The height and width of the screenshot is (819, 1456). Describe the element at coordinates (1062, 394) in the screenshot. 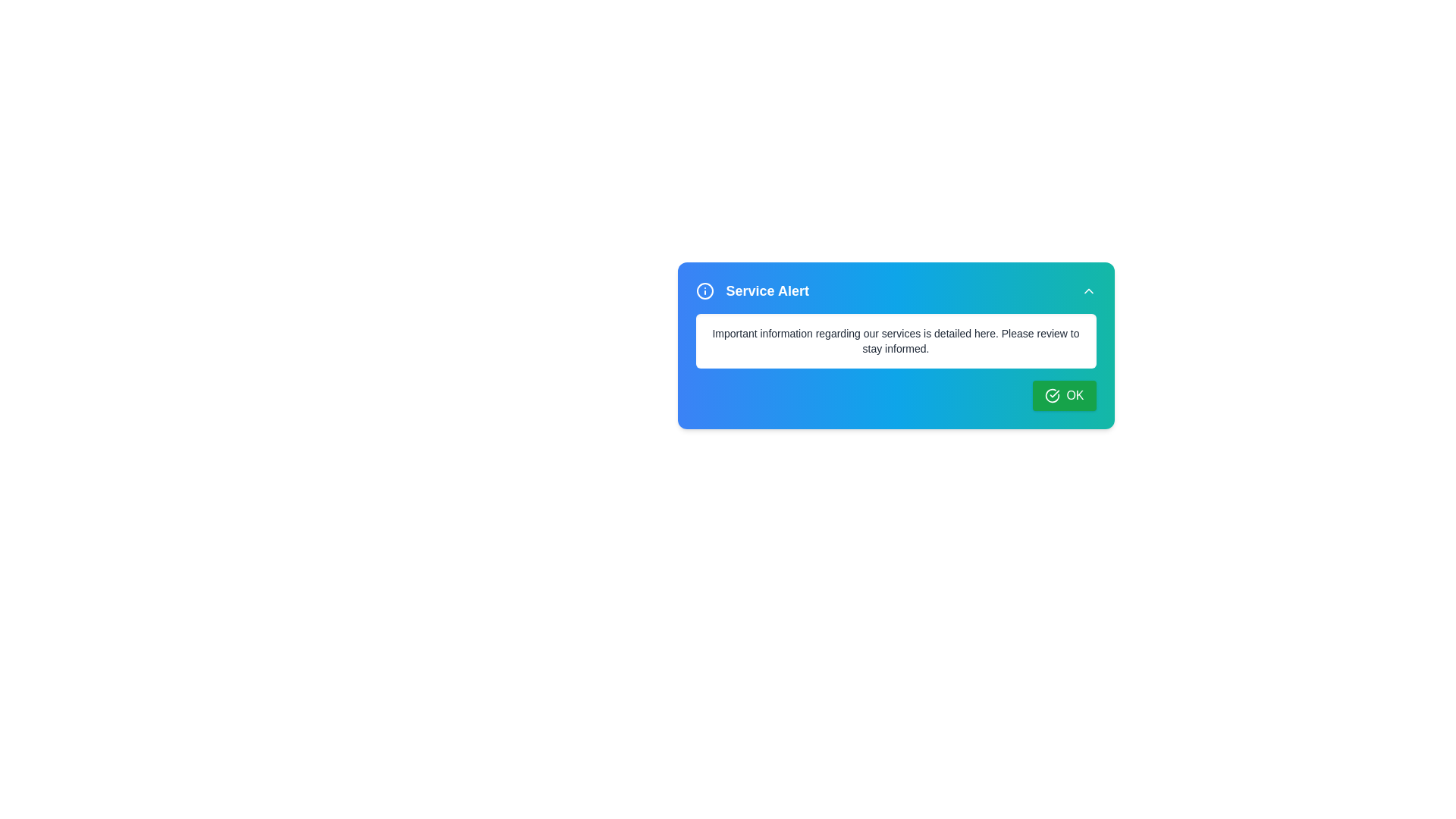

I see `the OK button to acknowledge the notification` at that location.